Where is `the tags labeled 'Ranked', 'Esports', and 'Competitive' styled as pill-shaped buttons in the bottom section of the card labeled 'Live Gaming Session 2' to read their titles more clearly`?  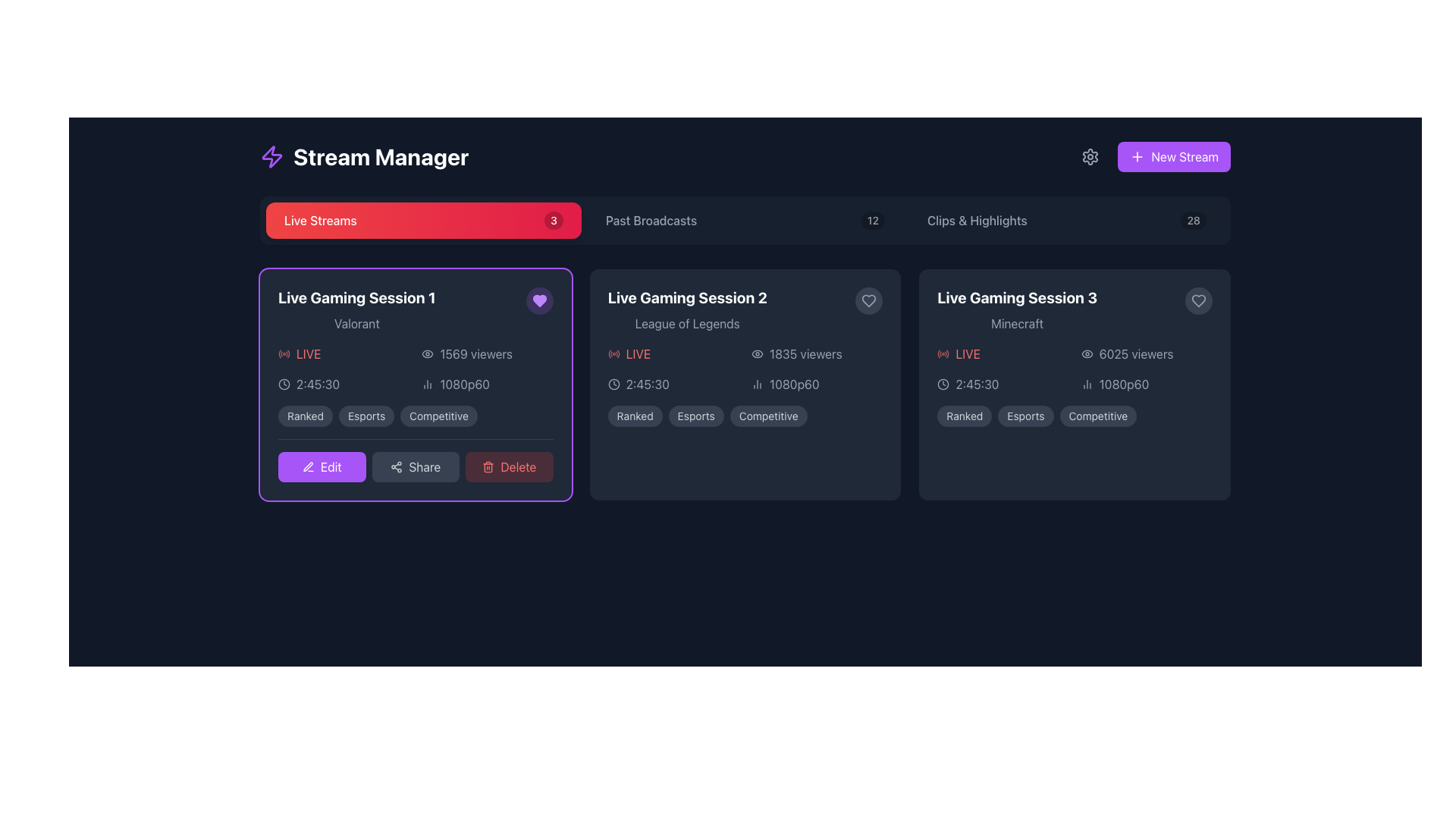
the tags labeled 'Ranked', 'Esports', and 'Competitive' styled as pill-shaped buttons in the bottom section of the card labeled 'Live Gaming Session 2' to read their titles more clearly is located at coordinates (745, 416).